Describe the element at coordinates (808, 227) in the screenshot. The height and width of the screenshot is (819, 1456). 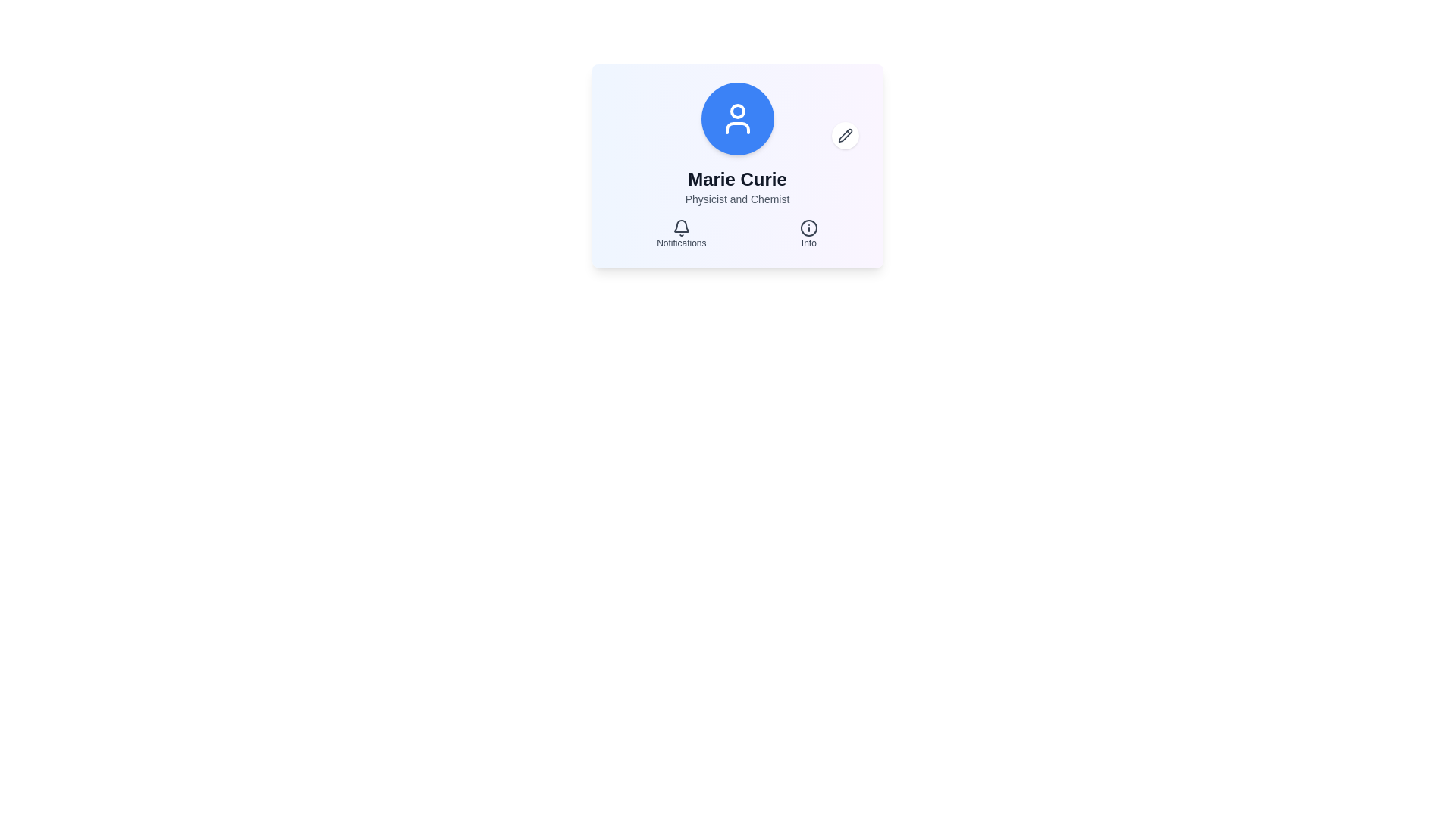
I see `the informational icon located at the bottom-right of the card layout, next to the Notifications icon` at that location.